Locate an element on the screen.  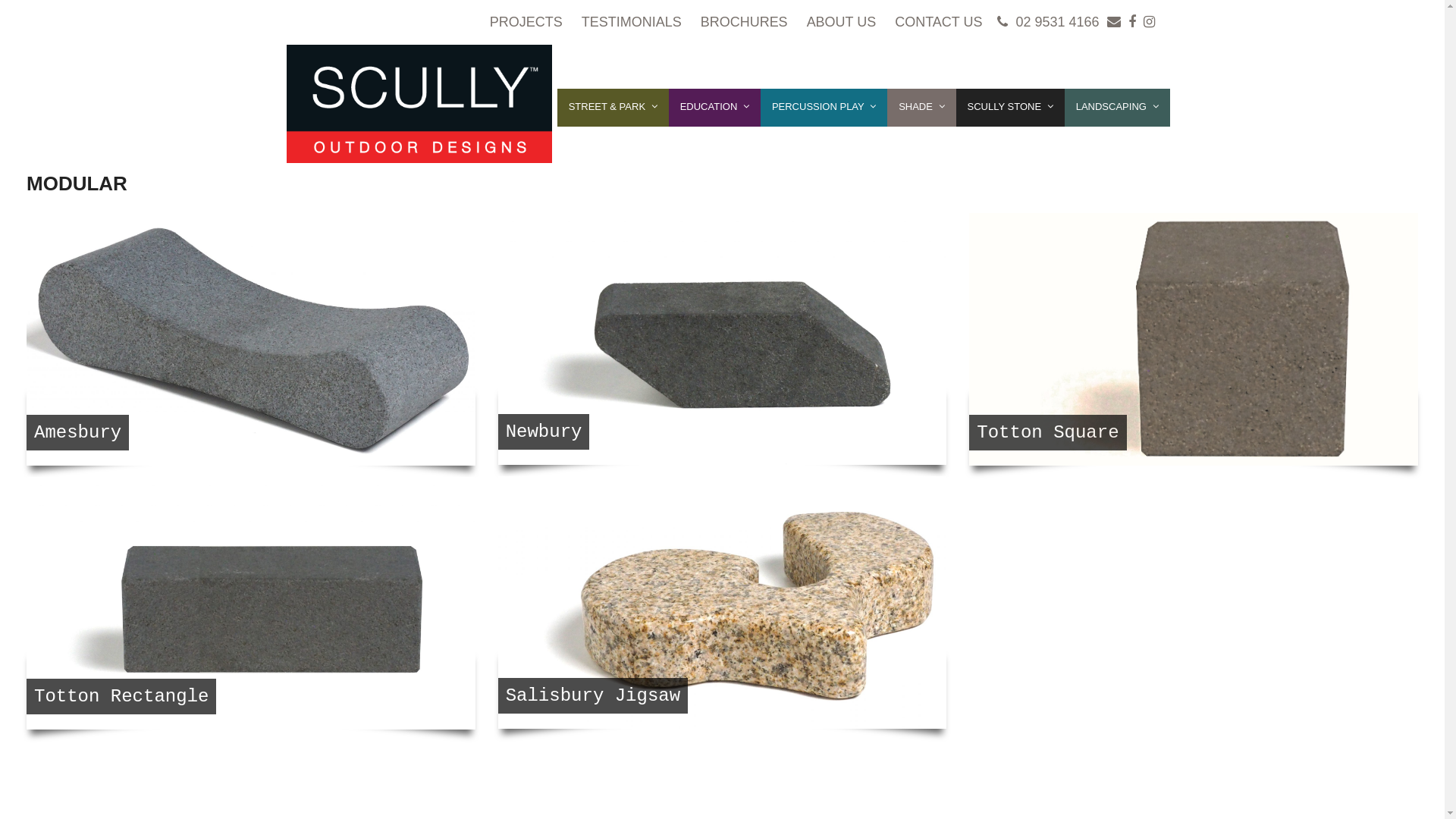
'EDUCATION' is located at coordinates (668, 107).